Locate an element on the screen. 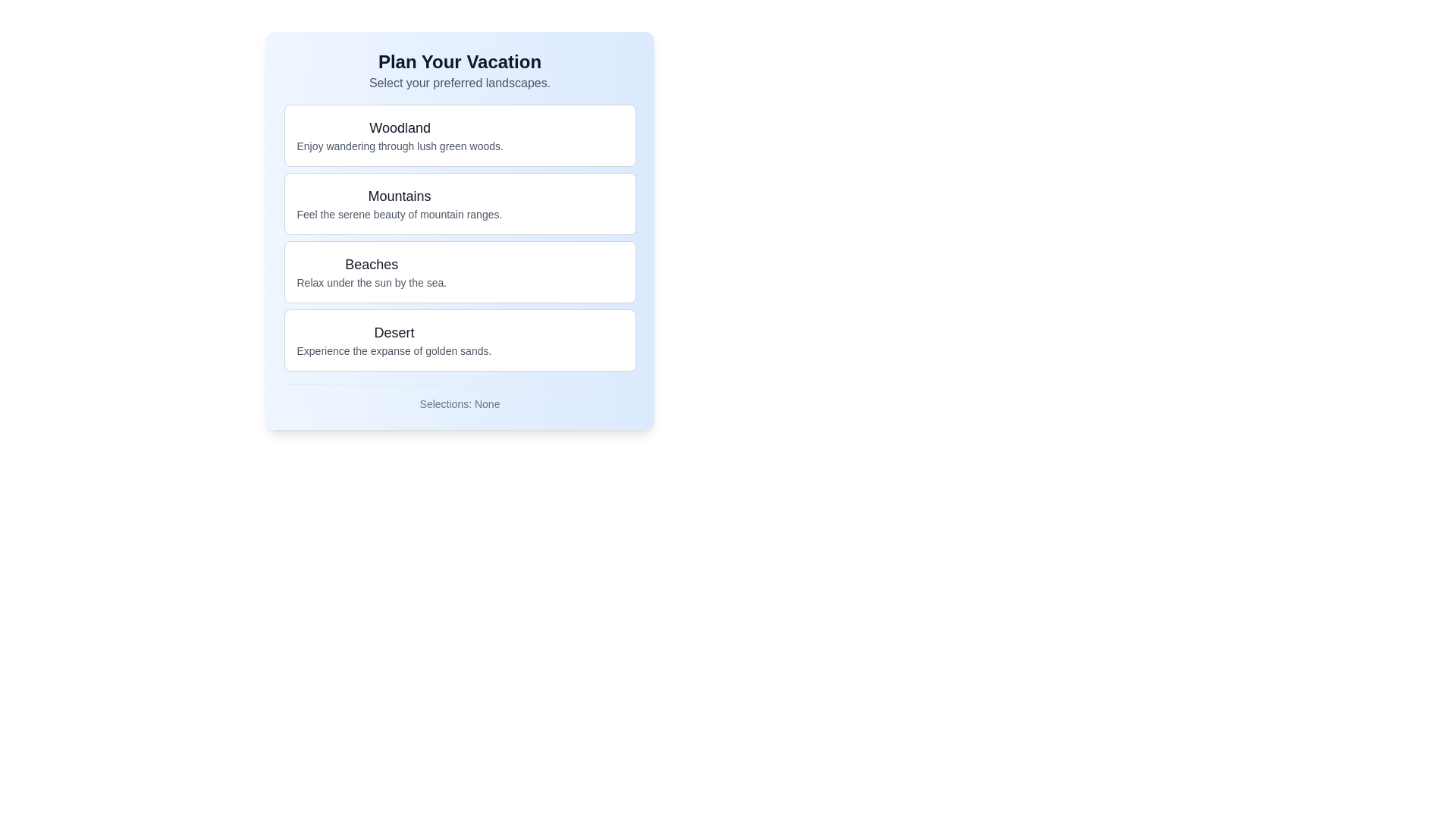  the 'Mountains' card in the 'Plan Your Vacation' interface is located at coordinates (399, 203).